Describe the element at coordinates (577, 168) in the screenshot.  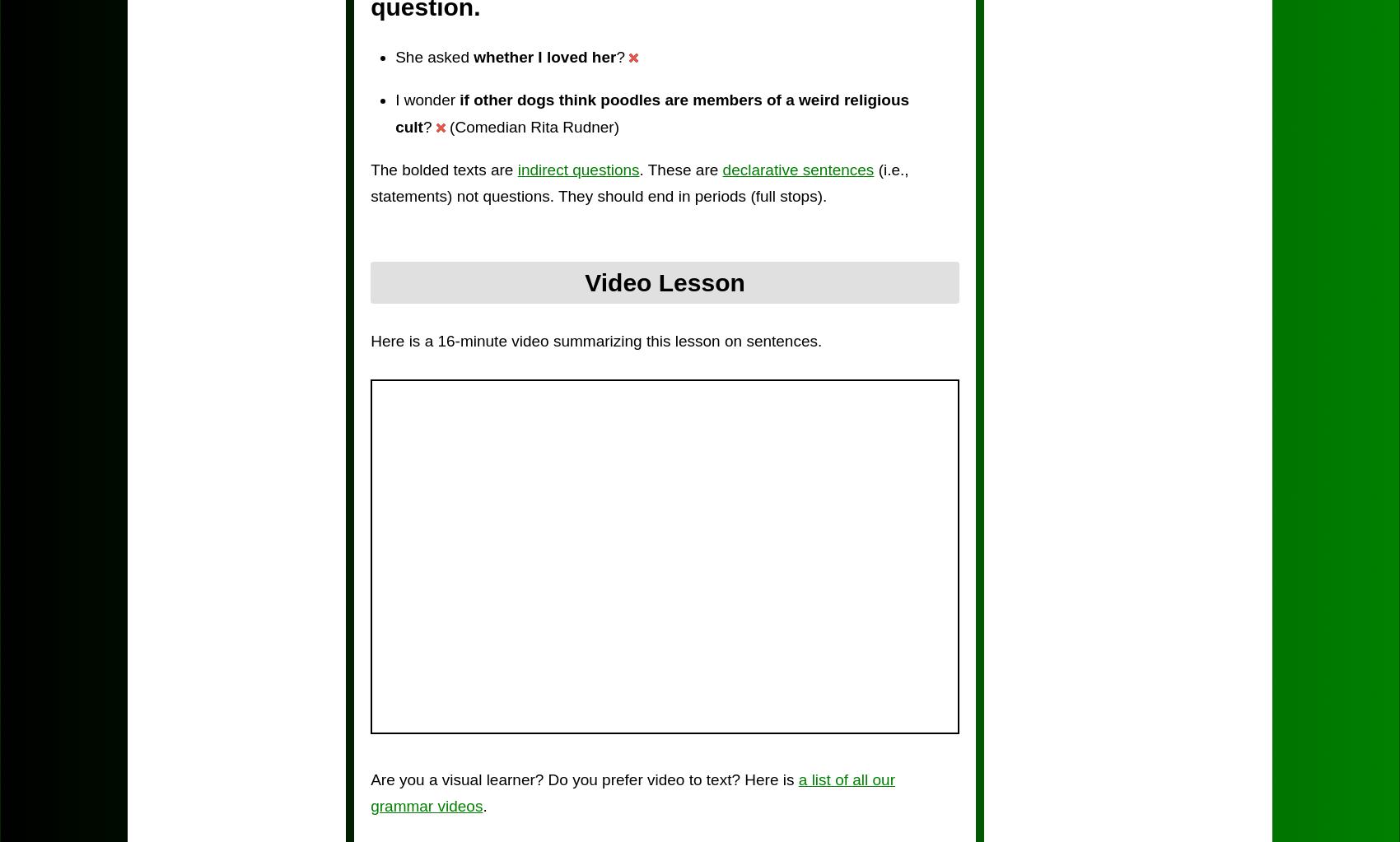
I see `'indirect questions'` at that location.